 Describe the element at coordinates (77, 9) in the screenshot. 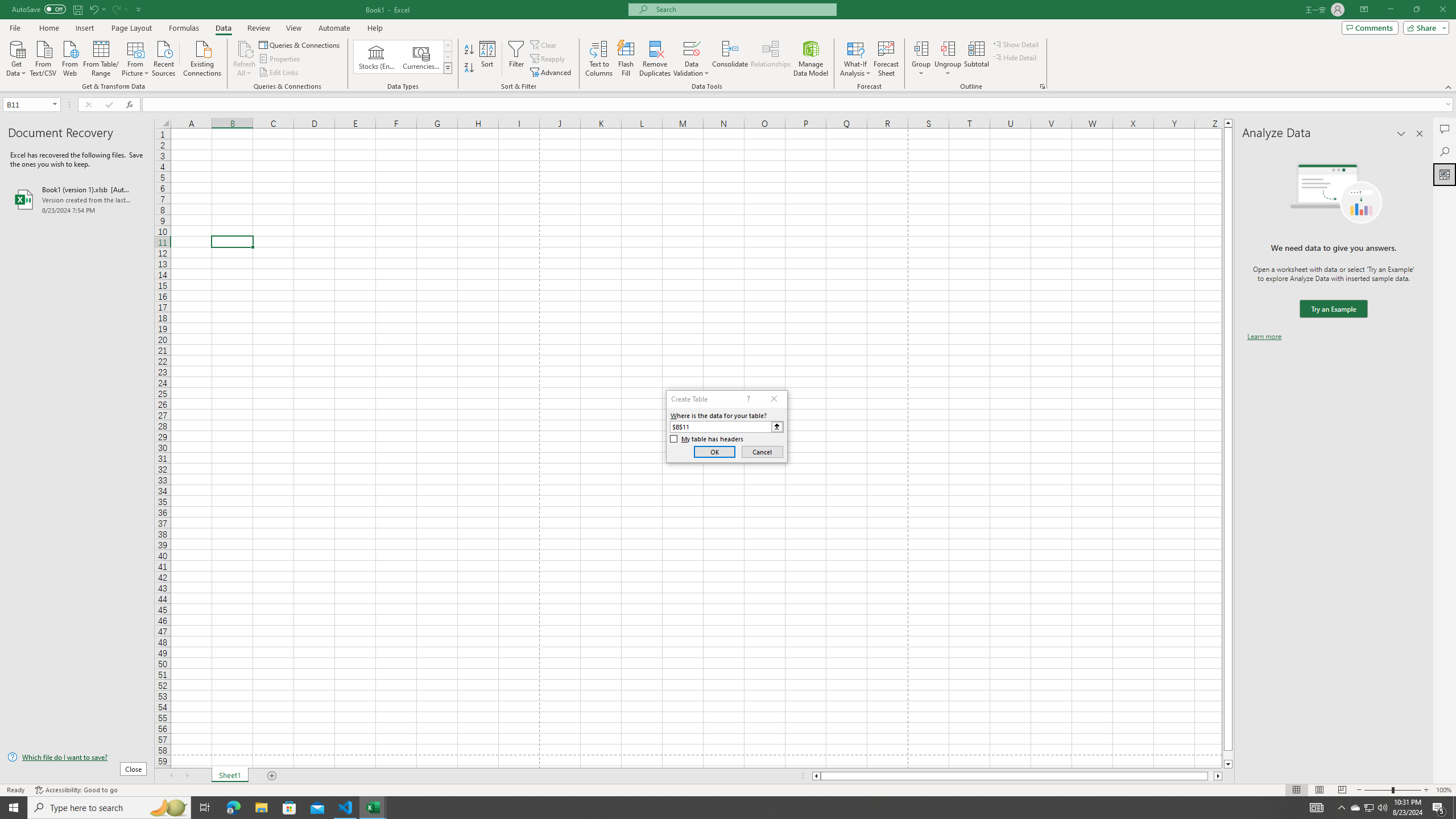

I see `'Save'` at that location.